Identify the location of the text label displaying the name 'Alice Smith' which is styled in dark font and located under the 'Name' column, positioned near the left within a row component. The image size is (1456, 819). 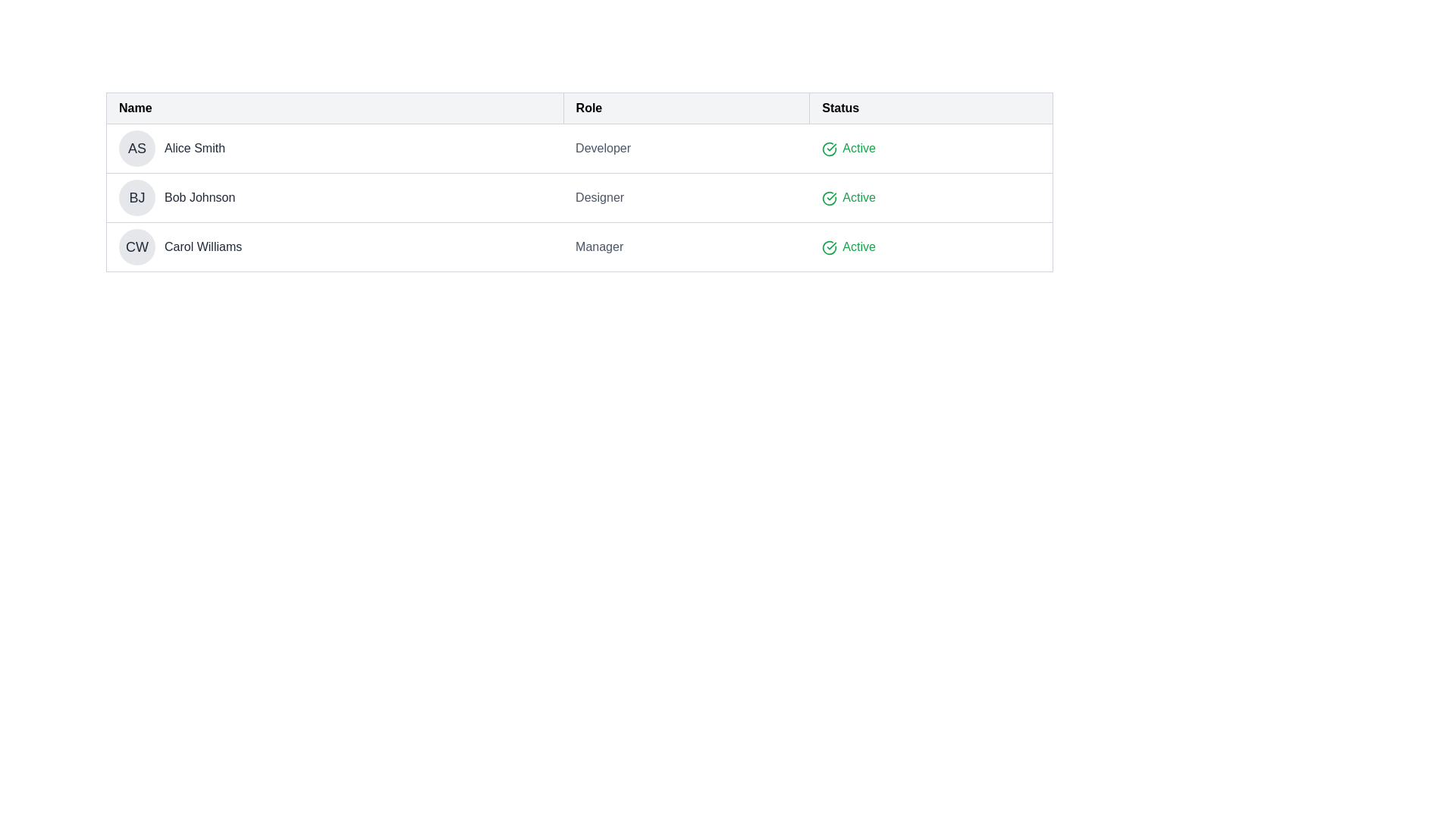
(194, 149).